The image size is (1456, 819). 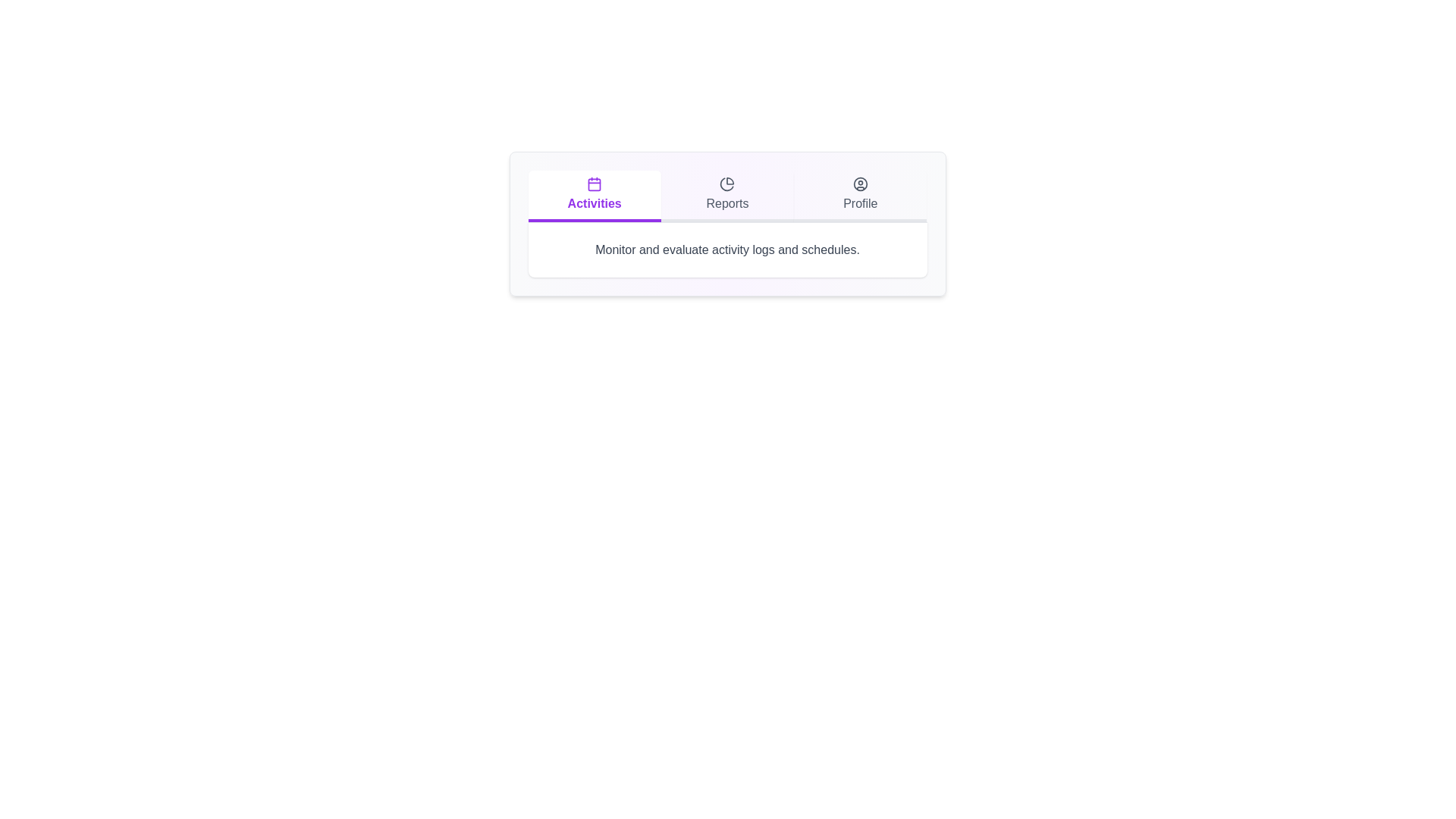 I want to click on the Profile tab, so click(x=860, y=195).